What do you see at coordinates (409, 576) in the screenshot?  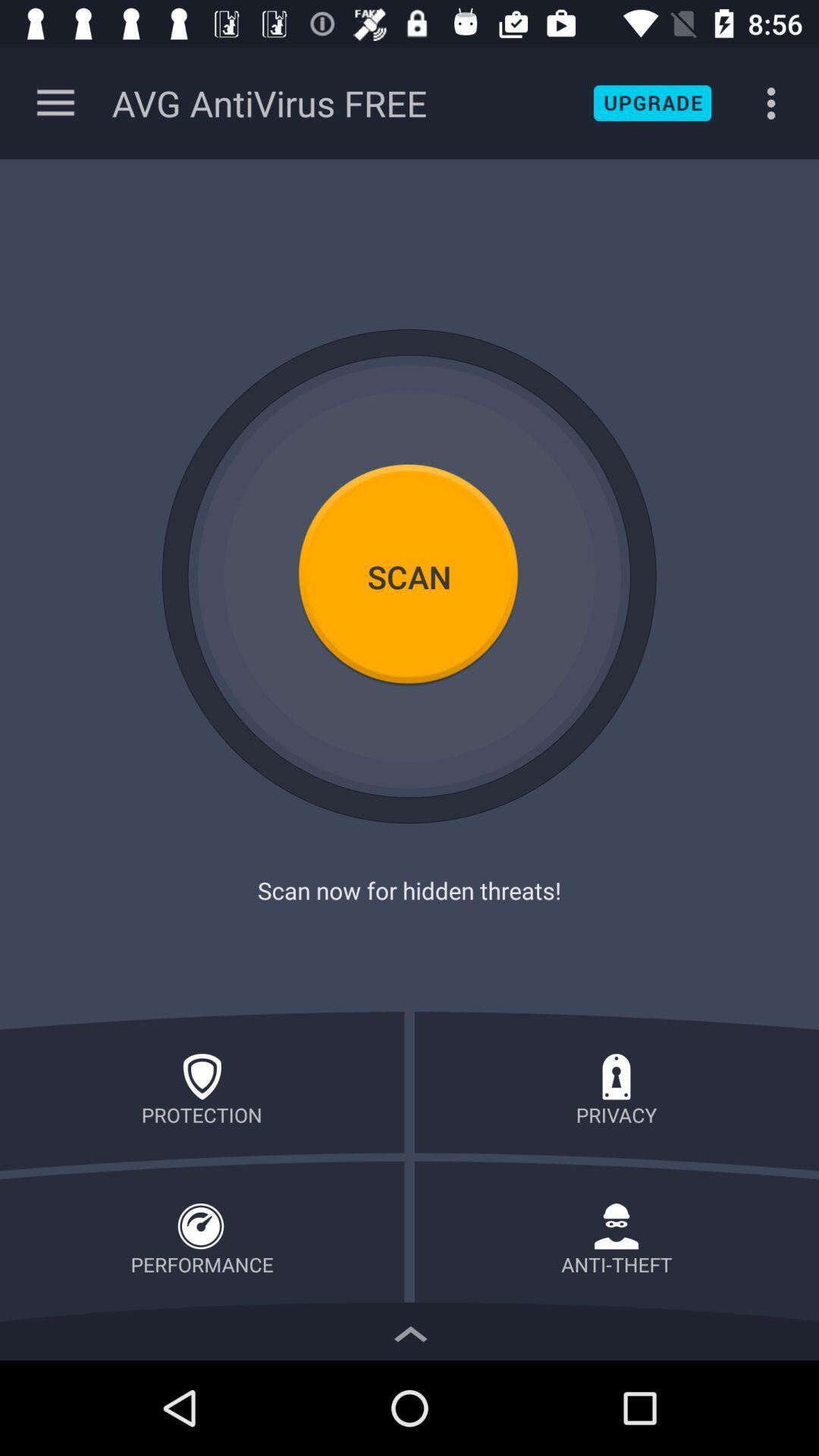 I see `scan` at bounding box center [409, 576].